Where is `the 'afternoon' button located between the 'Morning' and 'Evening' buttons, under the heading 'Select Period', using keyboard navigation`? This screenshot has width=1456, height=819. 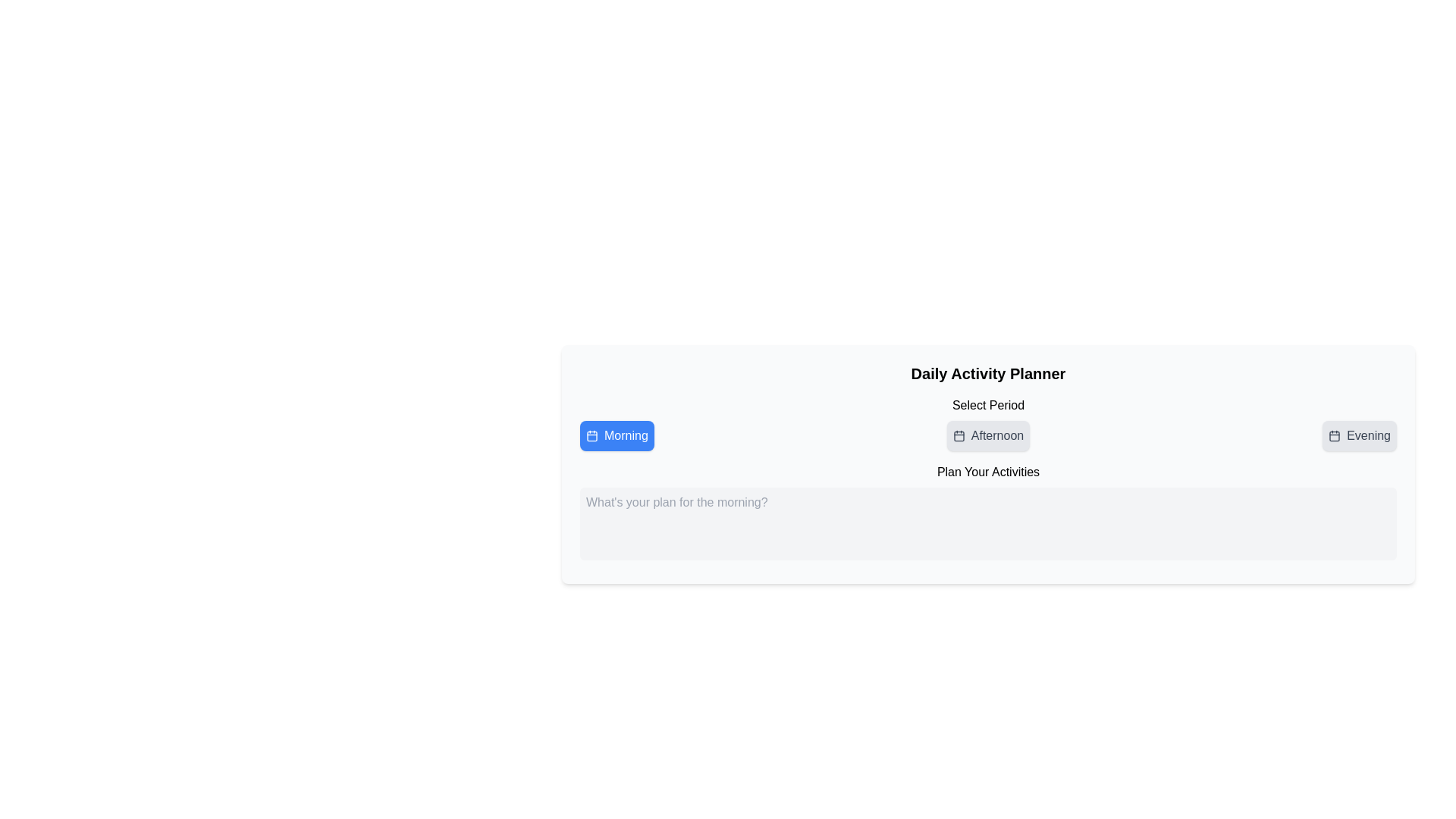
the 'afternoon' button located between the 'Morning' and 'Evening' buttons, under the heading 'Select Period', using keyboard navigation is located at coordinates (988, 435).